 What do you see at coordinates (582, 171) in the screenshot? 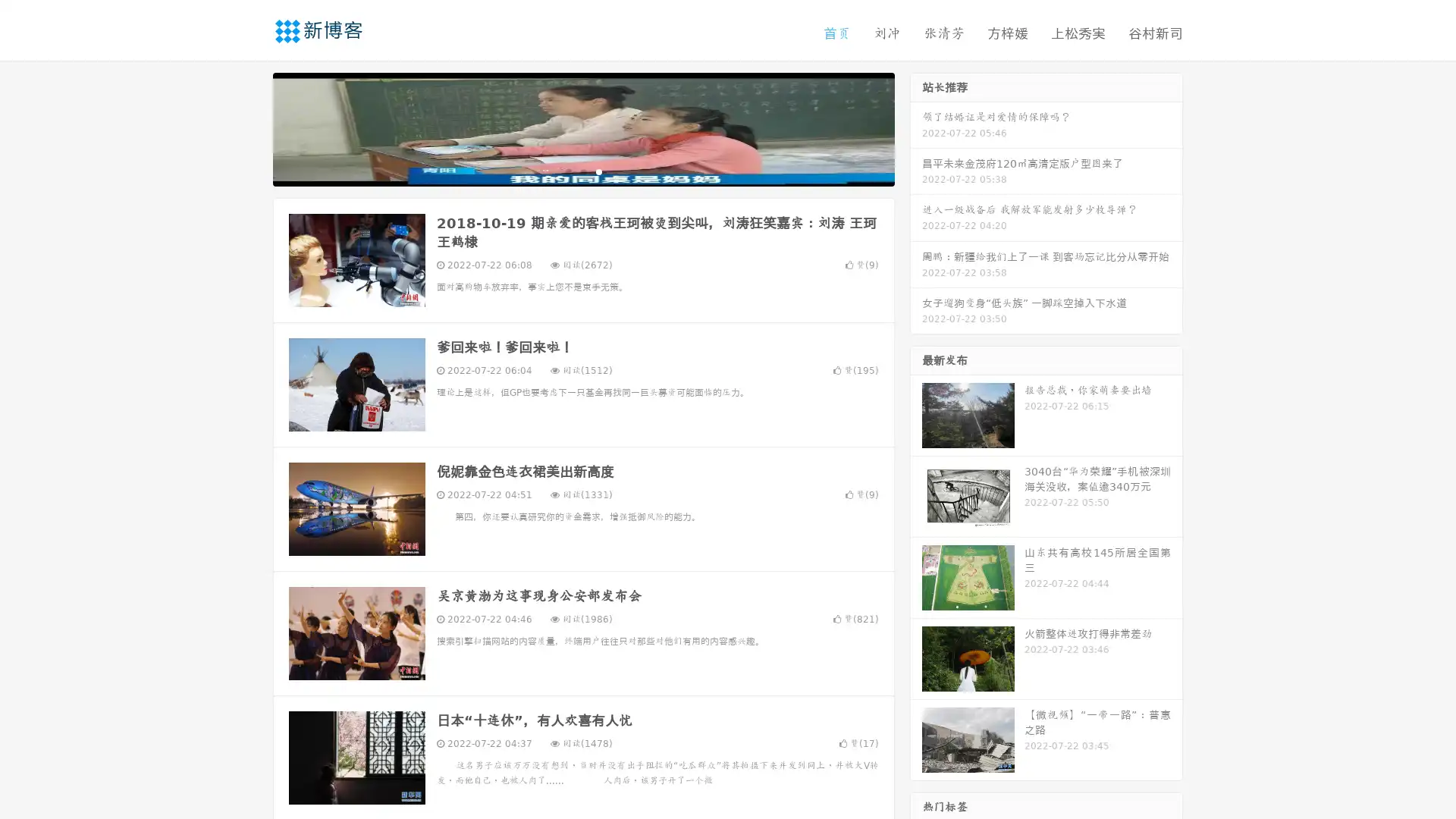
I see `Go to slide 2` at bounding box center [582, 171].